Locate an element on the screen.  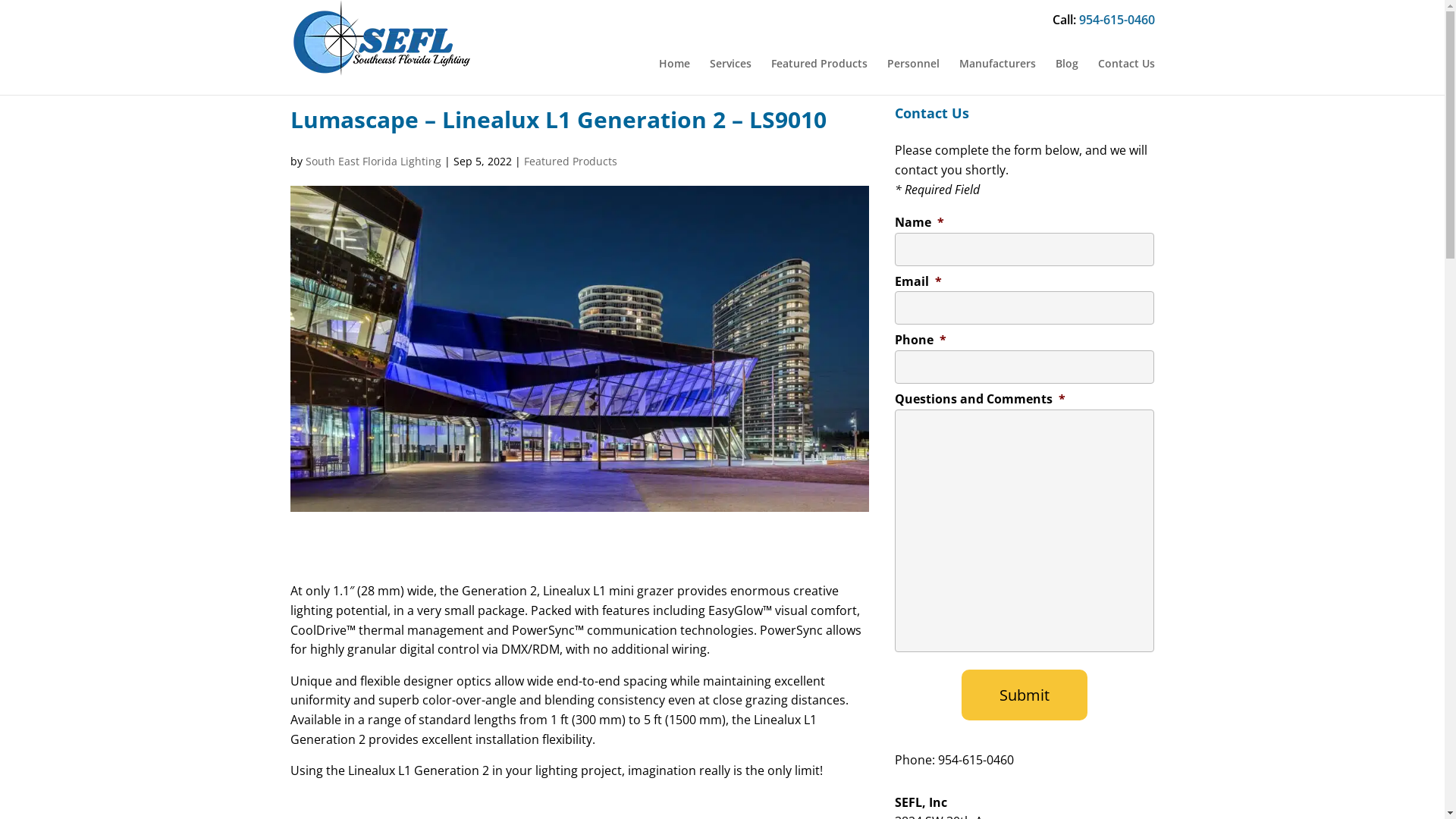
'Manufacturers' is located at coordinates (996, 63).